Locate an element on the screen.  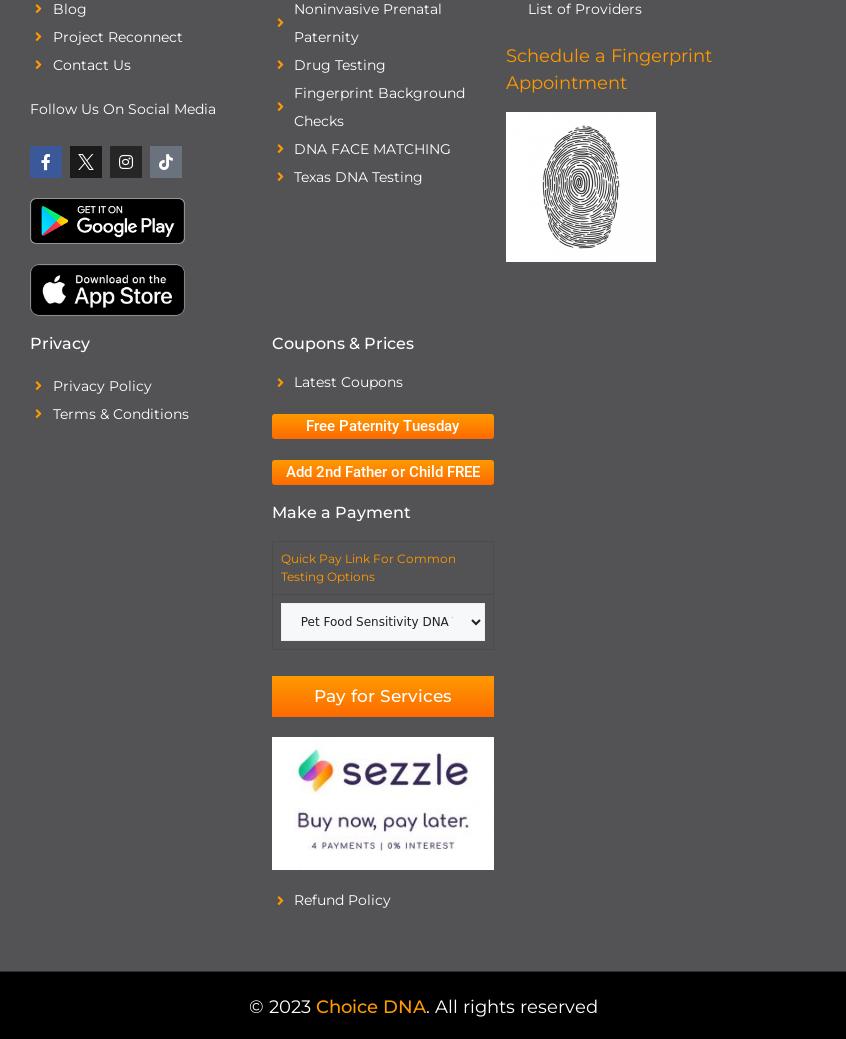
'Pay for Services' is located at coordinates (381, 693).